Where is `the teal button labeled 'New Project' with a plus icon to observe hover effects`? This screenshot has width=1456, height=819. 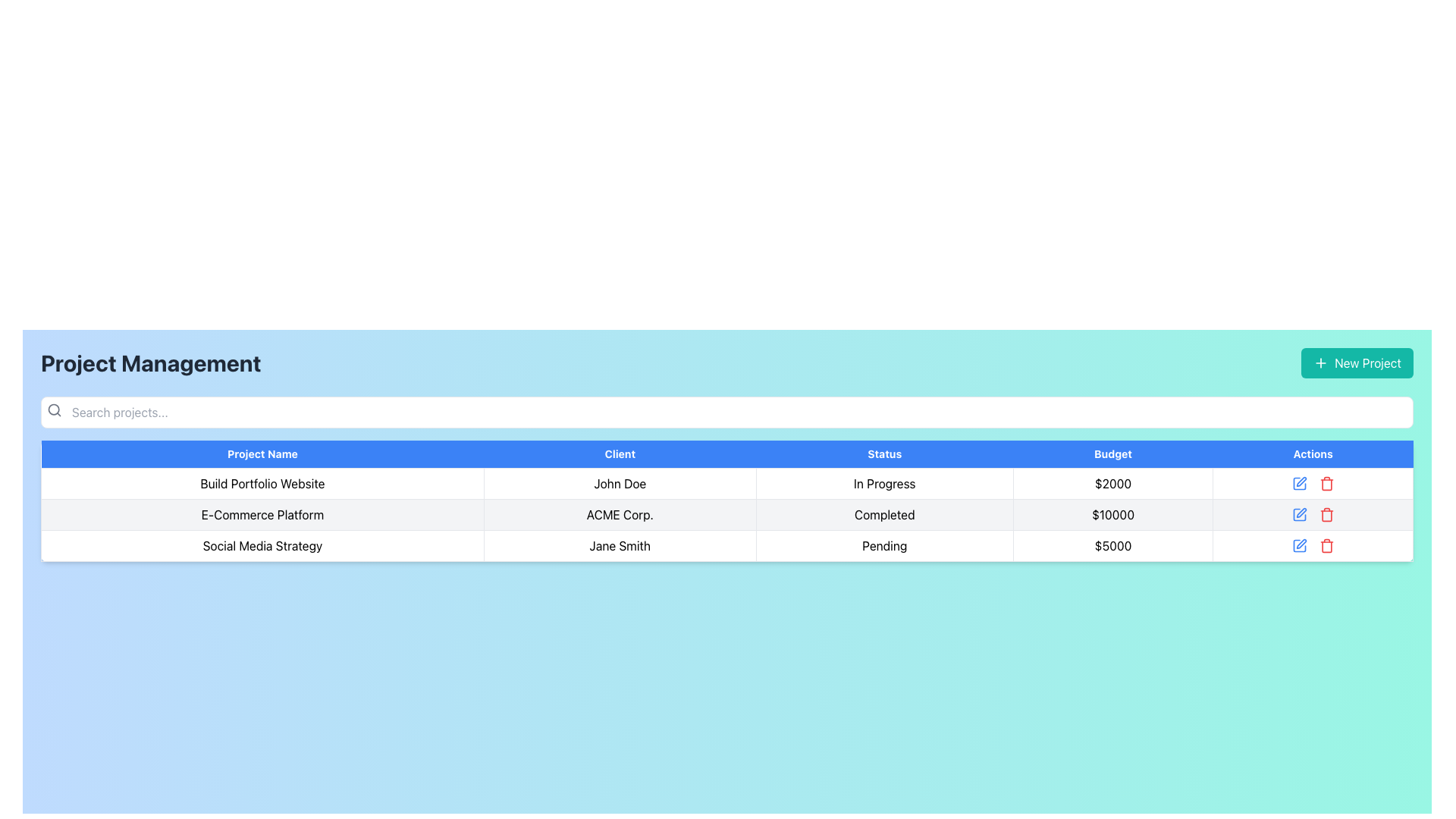
the teal button labeled 'New Project' with a plus icon to observe hover effects is located at coordinates (1357, 362).